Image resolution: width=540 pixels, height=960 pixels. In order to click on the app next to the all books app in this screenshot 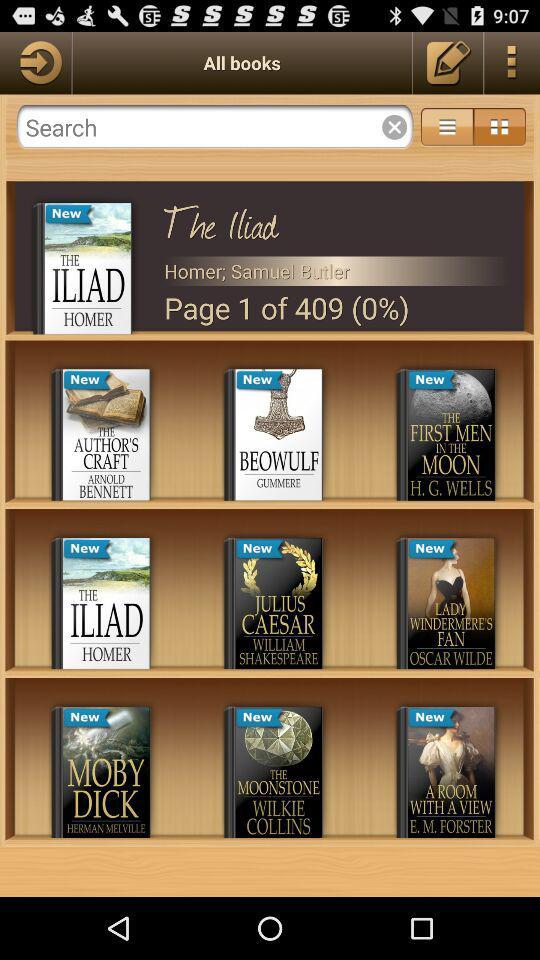, I will do `click(35, 62)`.